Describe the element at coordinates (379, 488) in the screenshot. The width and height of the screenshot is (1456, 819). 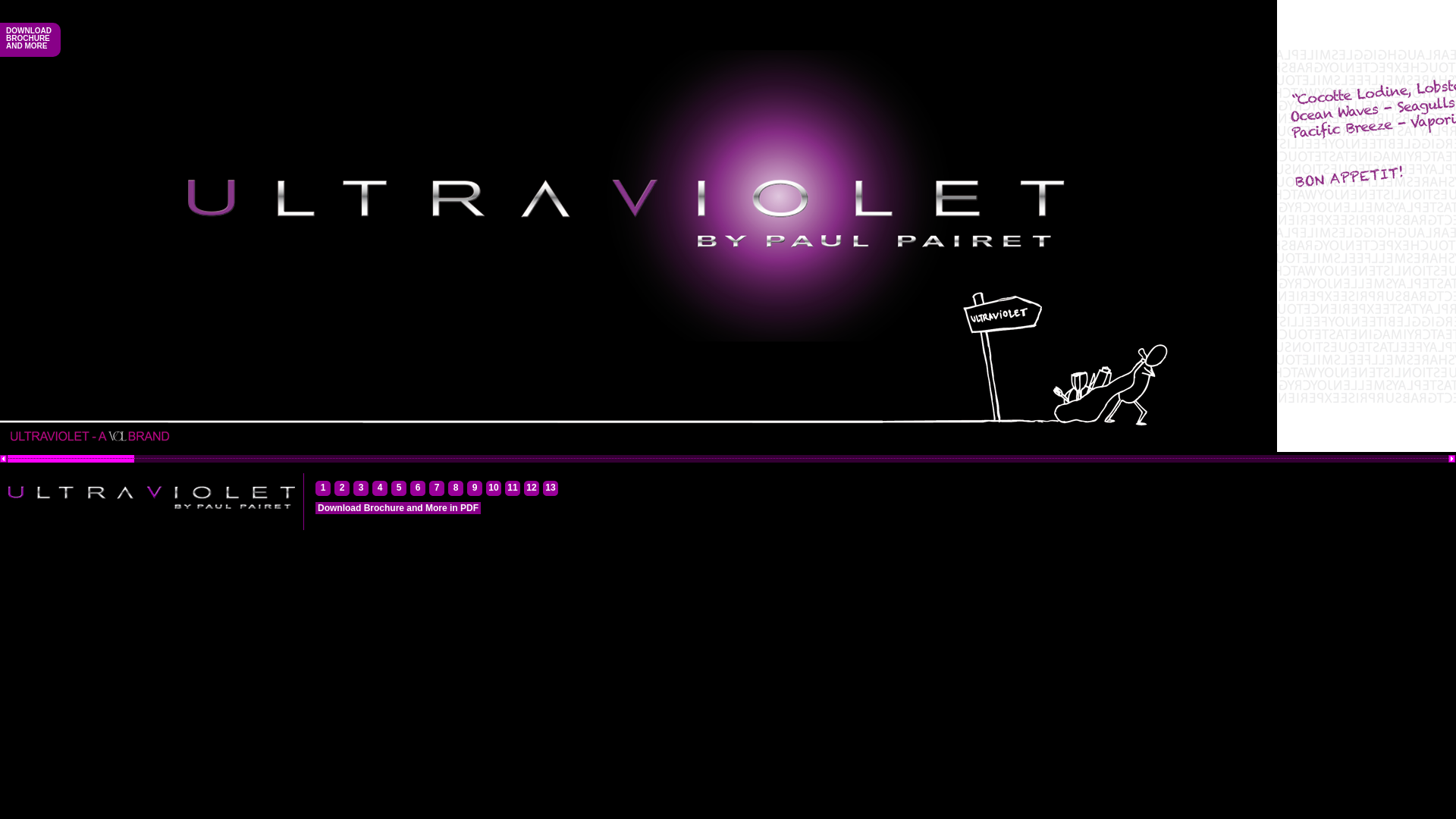
I see `'4'` at that location.